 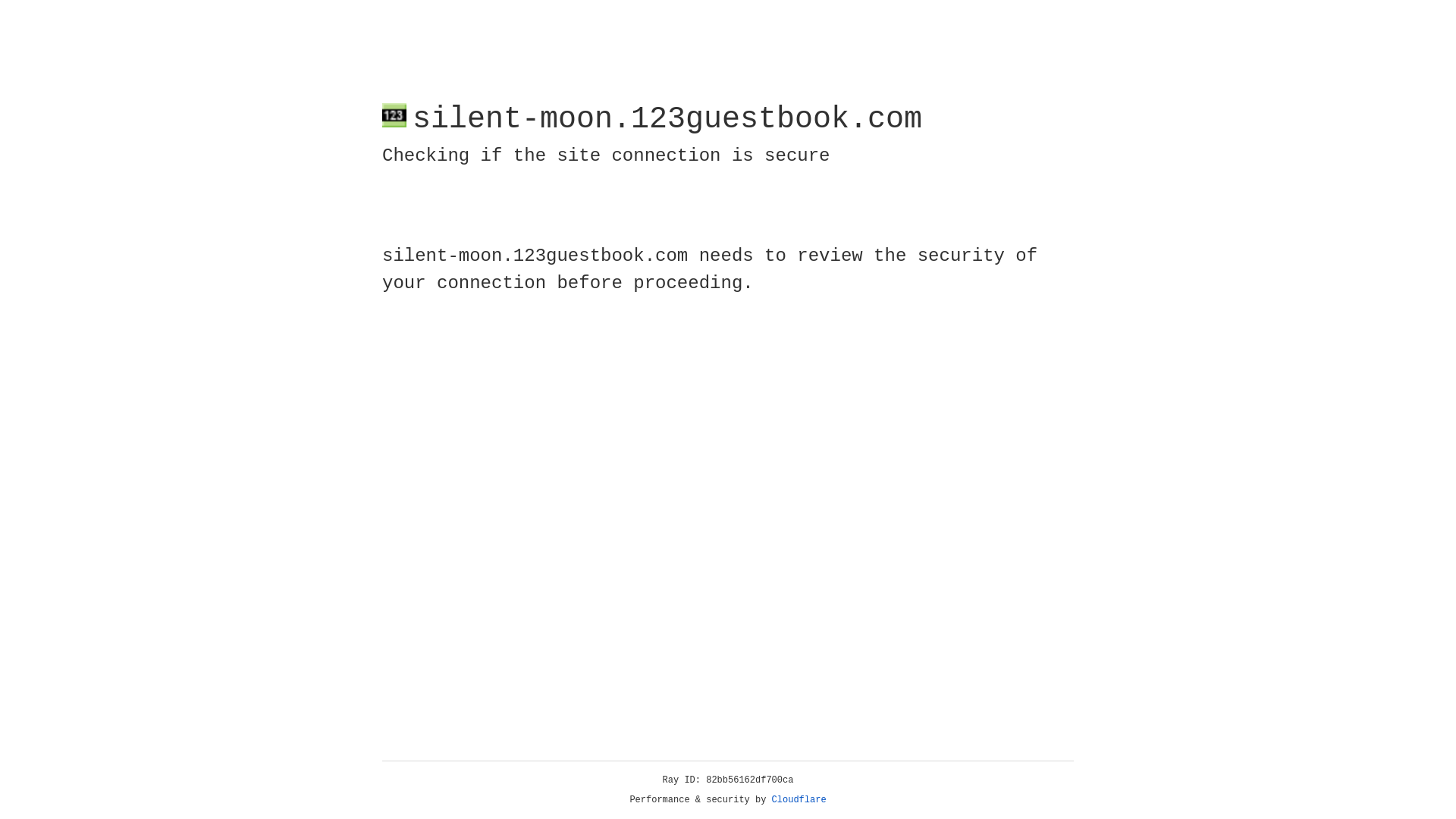 What do you see at coordinates (799, 799) in the screenshot?
I see `'Cloudflare'` at bounding box center [799, 799].